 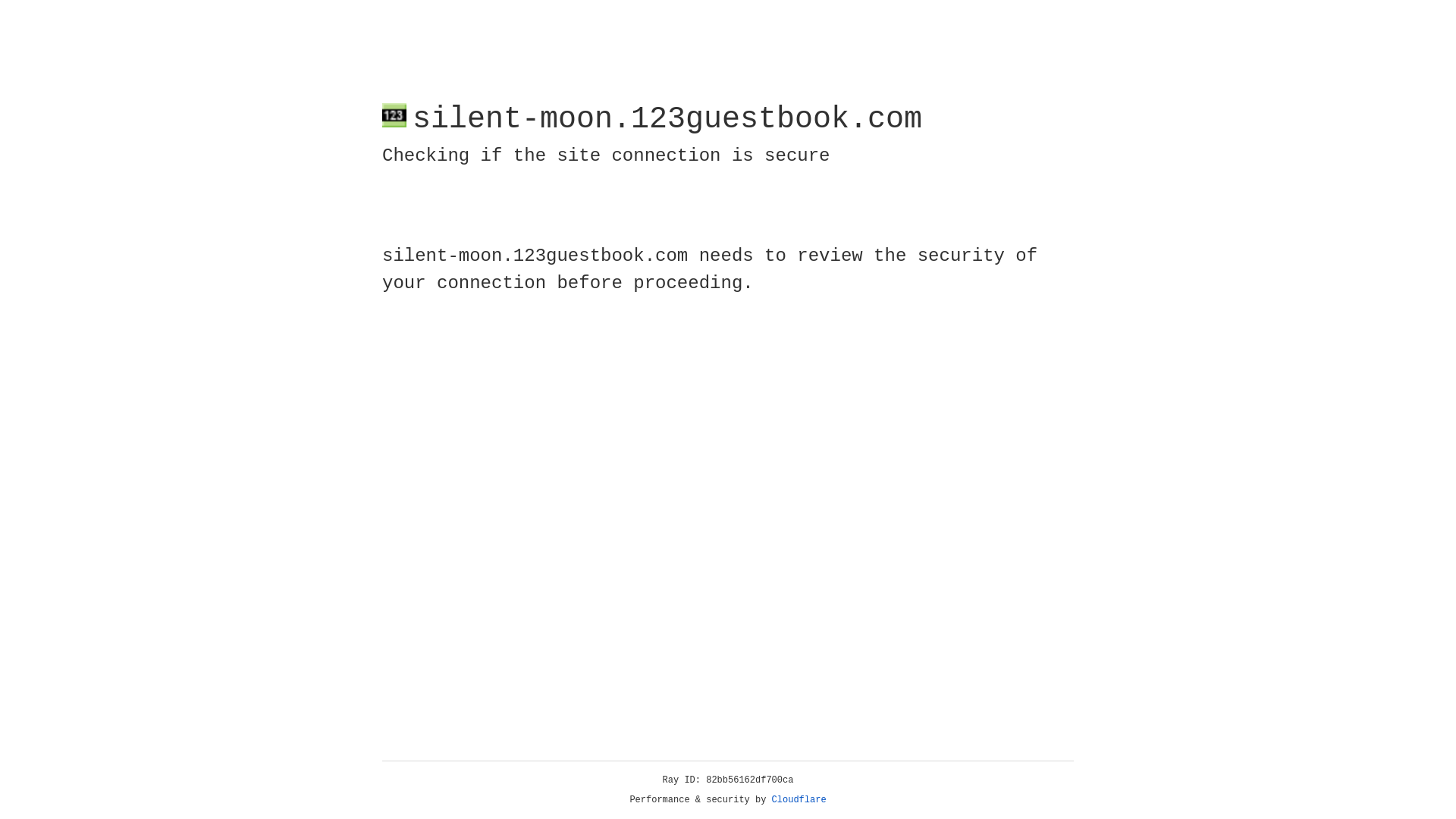 What do you see at coordinates (799, 799) in the screenshot?
I see `'Cloudflare'` at bounding box center [799, 799].